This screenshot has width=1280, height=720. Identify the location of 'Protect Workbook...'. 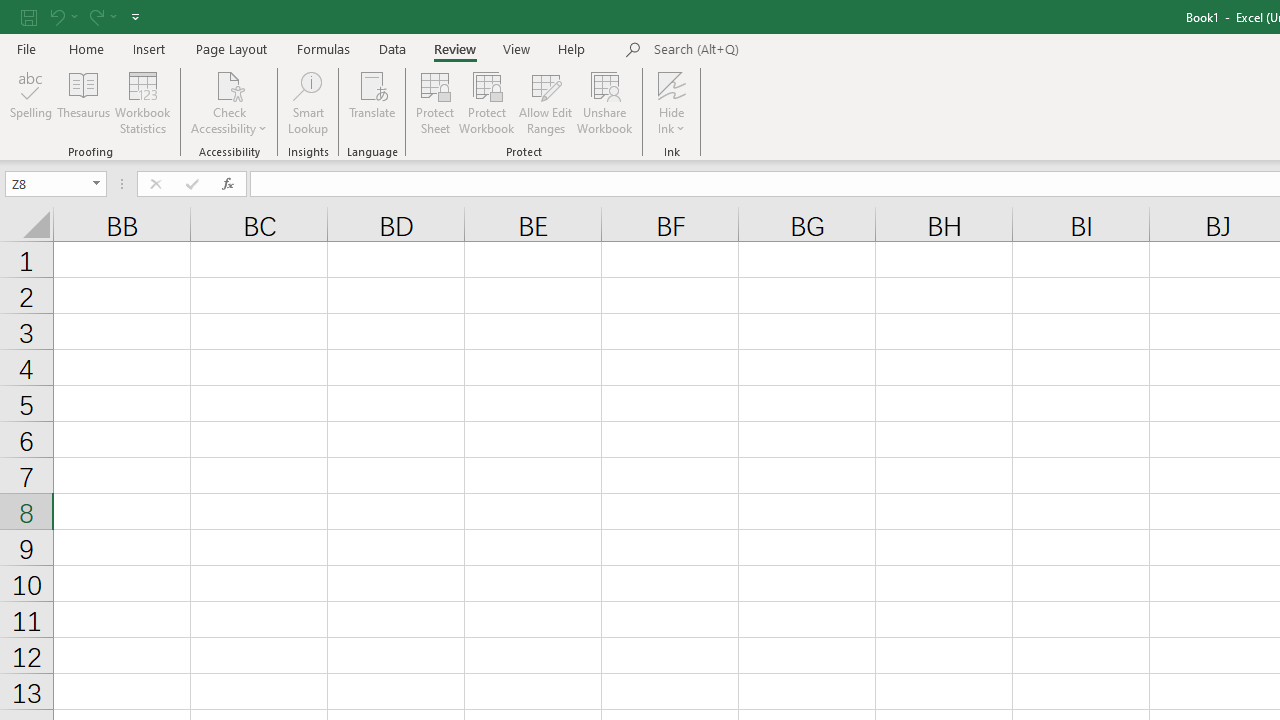
(487, 103).